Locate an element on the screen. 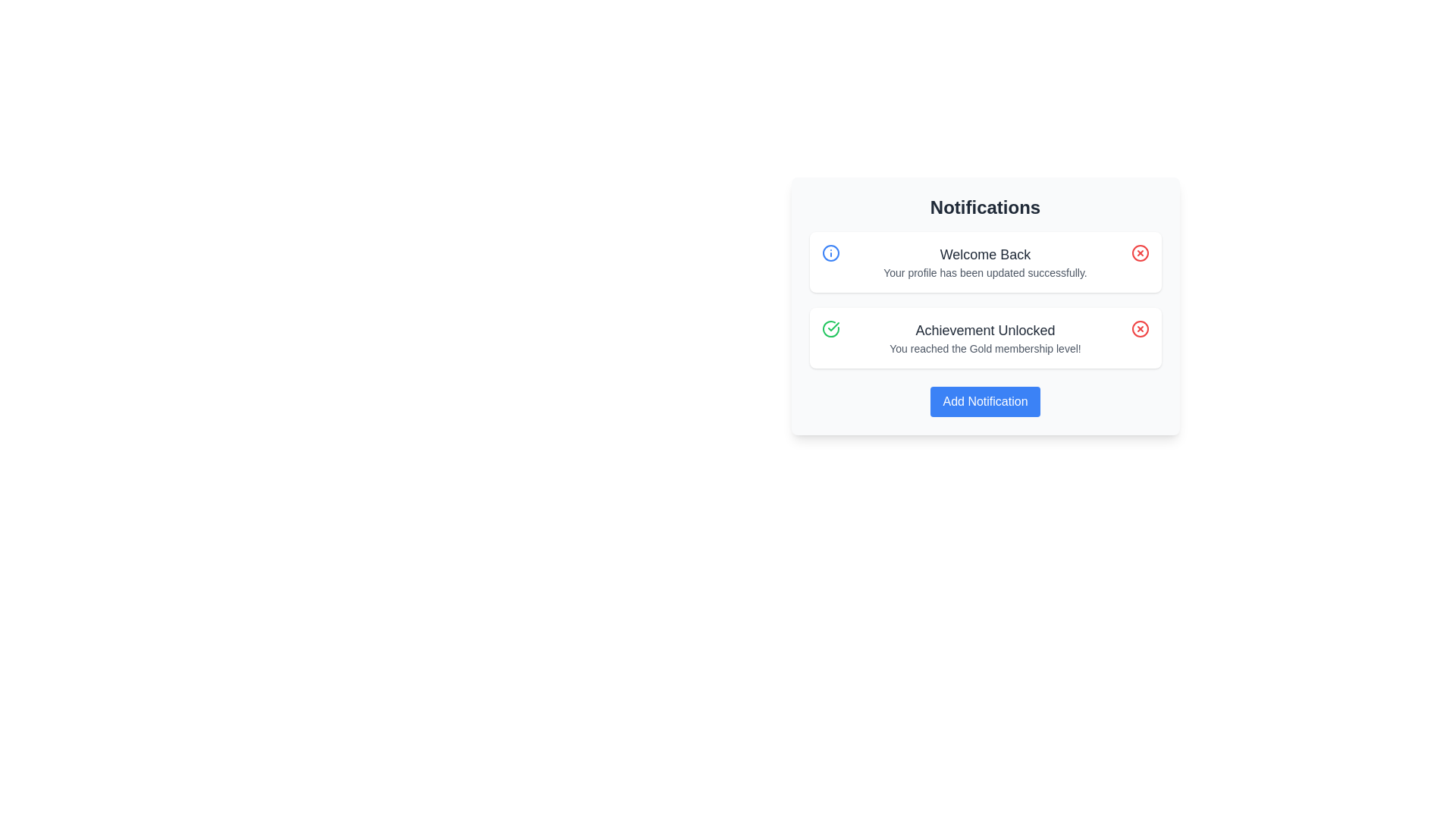 The width and height of the screenshot is (1456, 819). the static text display that shows 'Welcome Back' and 'Your profile has been updated successfully.' is located at coordinates (985, 262).